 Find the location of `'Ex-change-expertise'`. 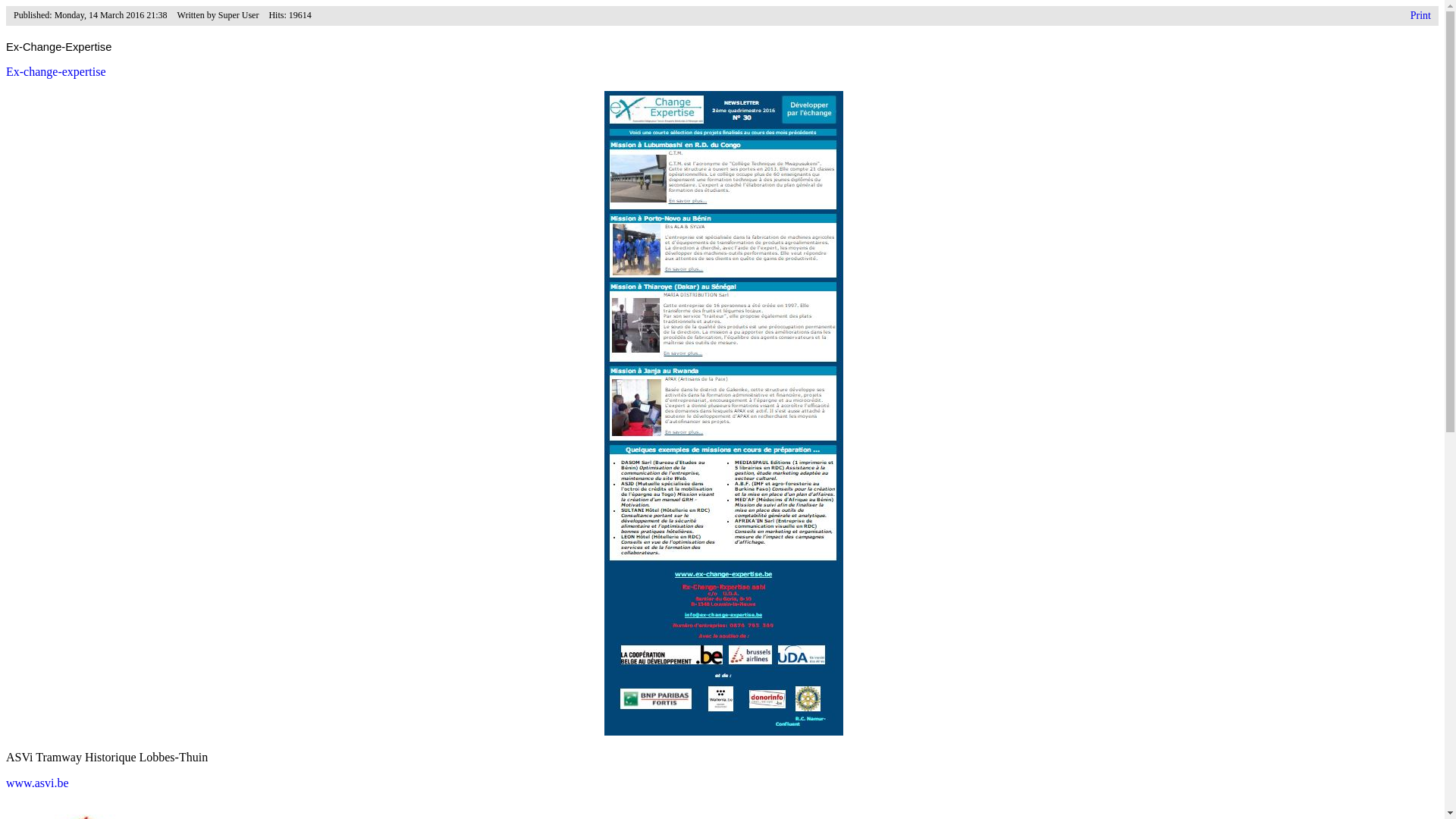

'Ex-change-expertise' is located at coordinates (55, 71).